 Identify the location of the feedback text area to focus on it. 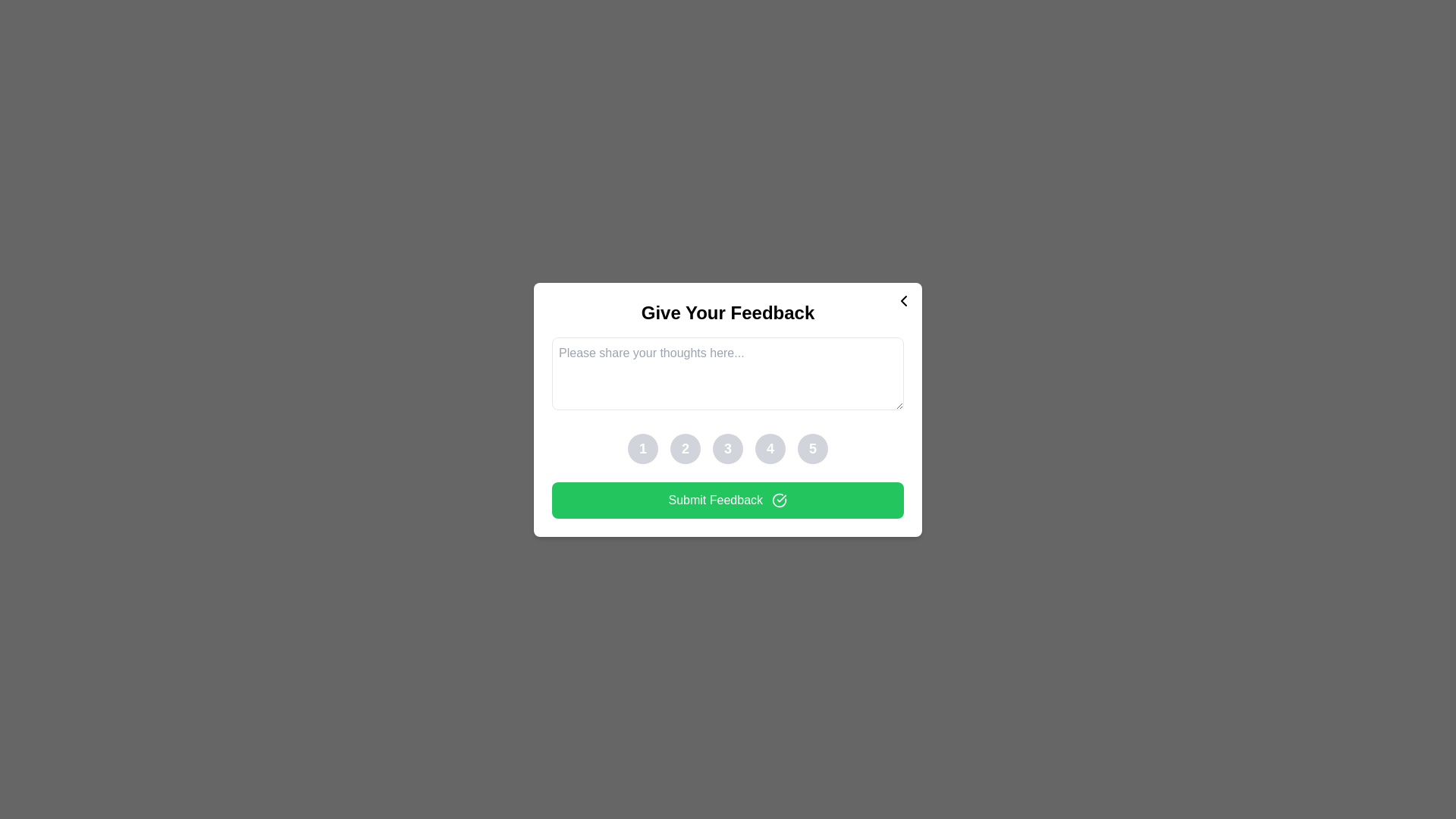
(728, 373).